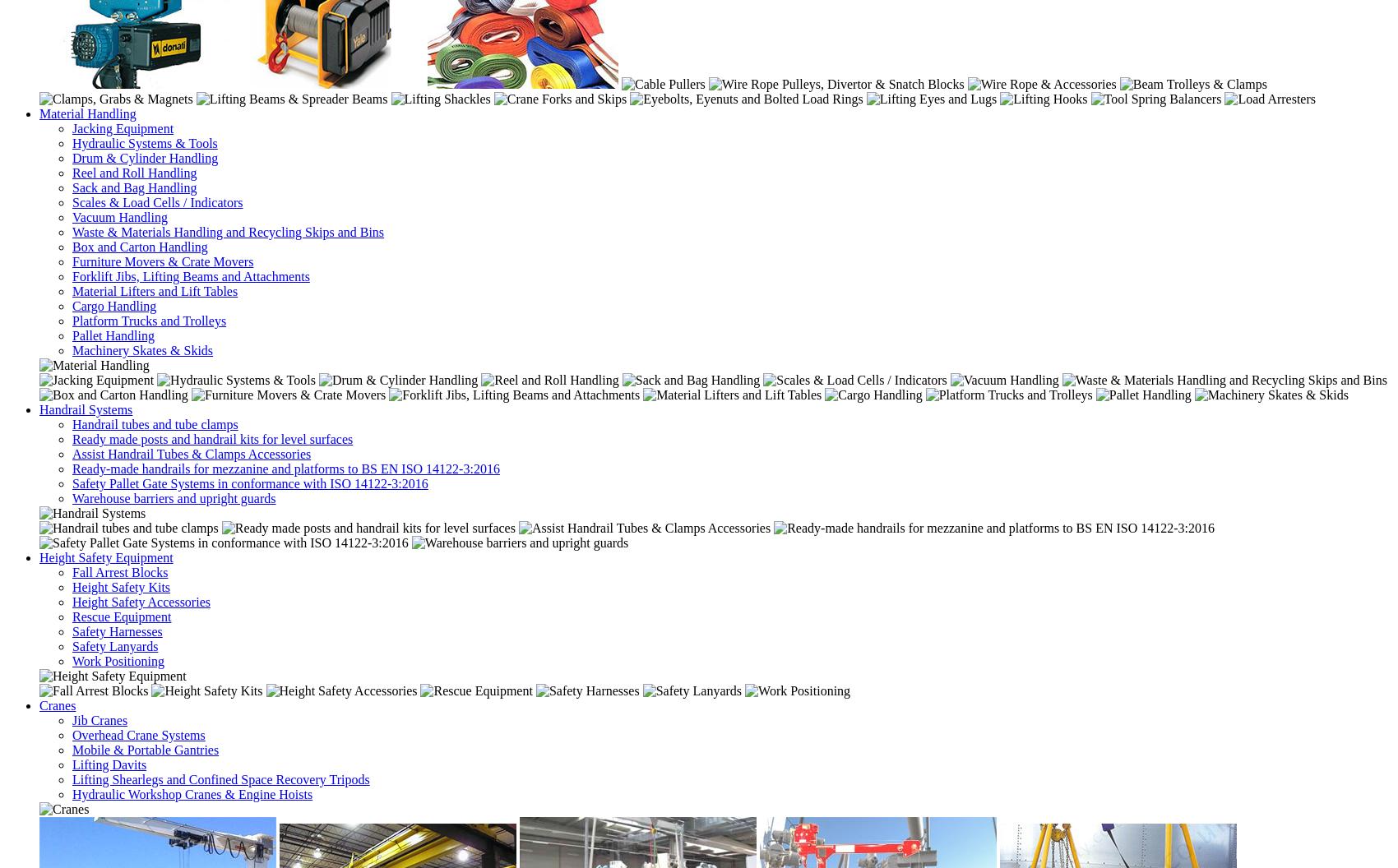 The height and width of the screenshot is (868, 1398). What do you see at coordinates (191, 275) in the screenshot?
I see `'Forklift Jibs, Lifting Beams and Attachments'` at bounding box center [191, 275].